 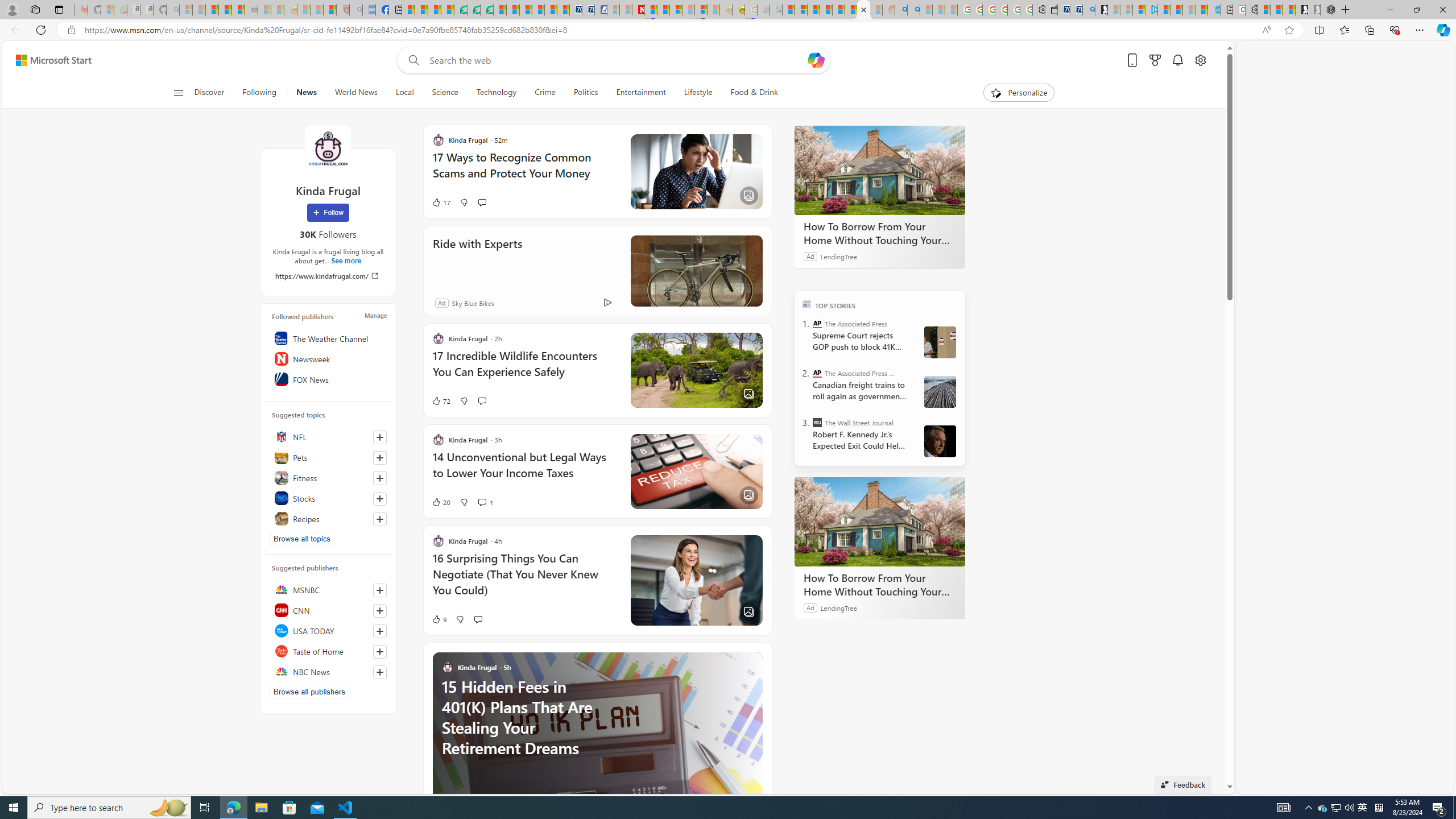 I want to click on 'Entertainment', so click(x=640, y=92).